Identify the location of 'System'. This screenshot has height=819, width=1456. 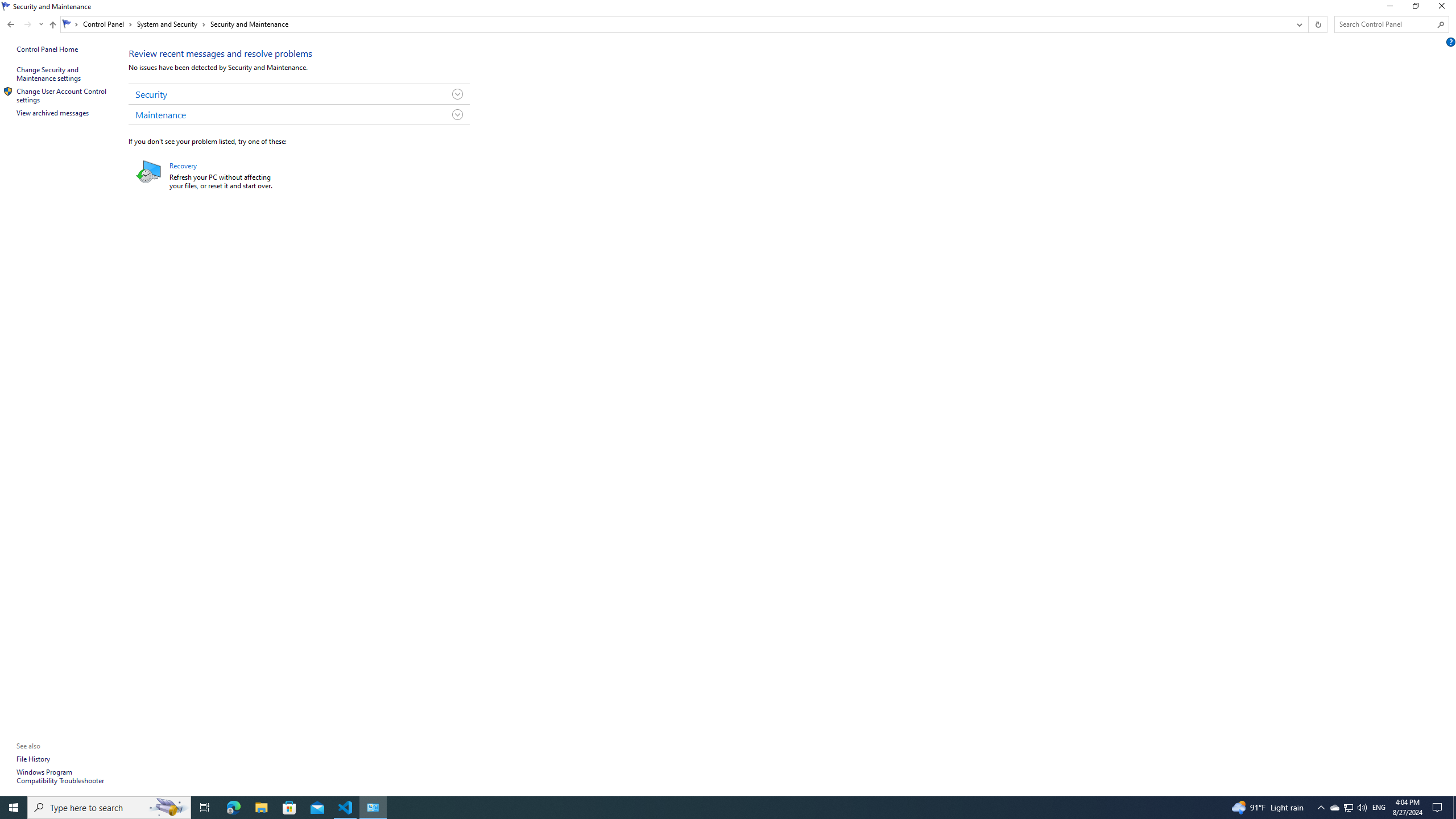
(6, 5).